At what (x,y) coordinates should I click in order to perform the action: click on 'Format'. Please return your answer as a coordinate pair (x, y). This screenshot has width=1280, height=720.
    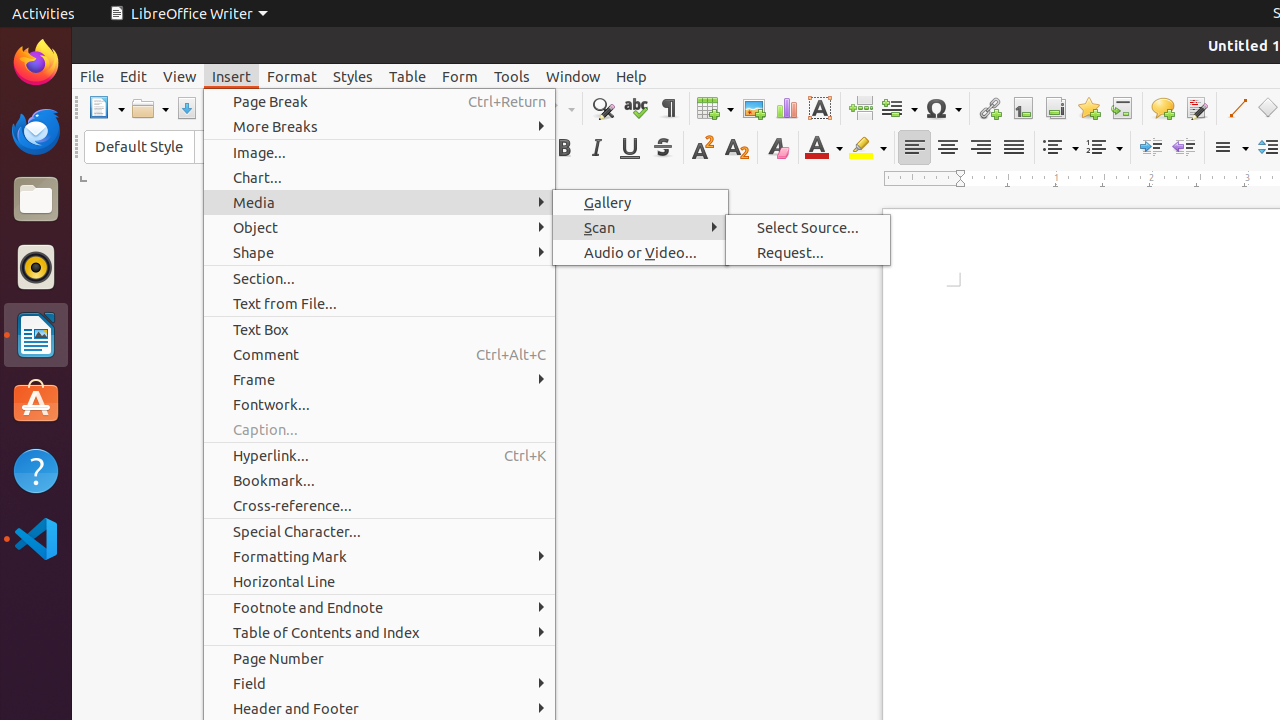
    Looking at the image, I should click on (290, 75).